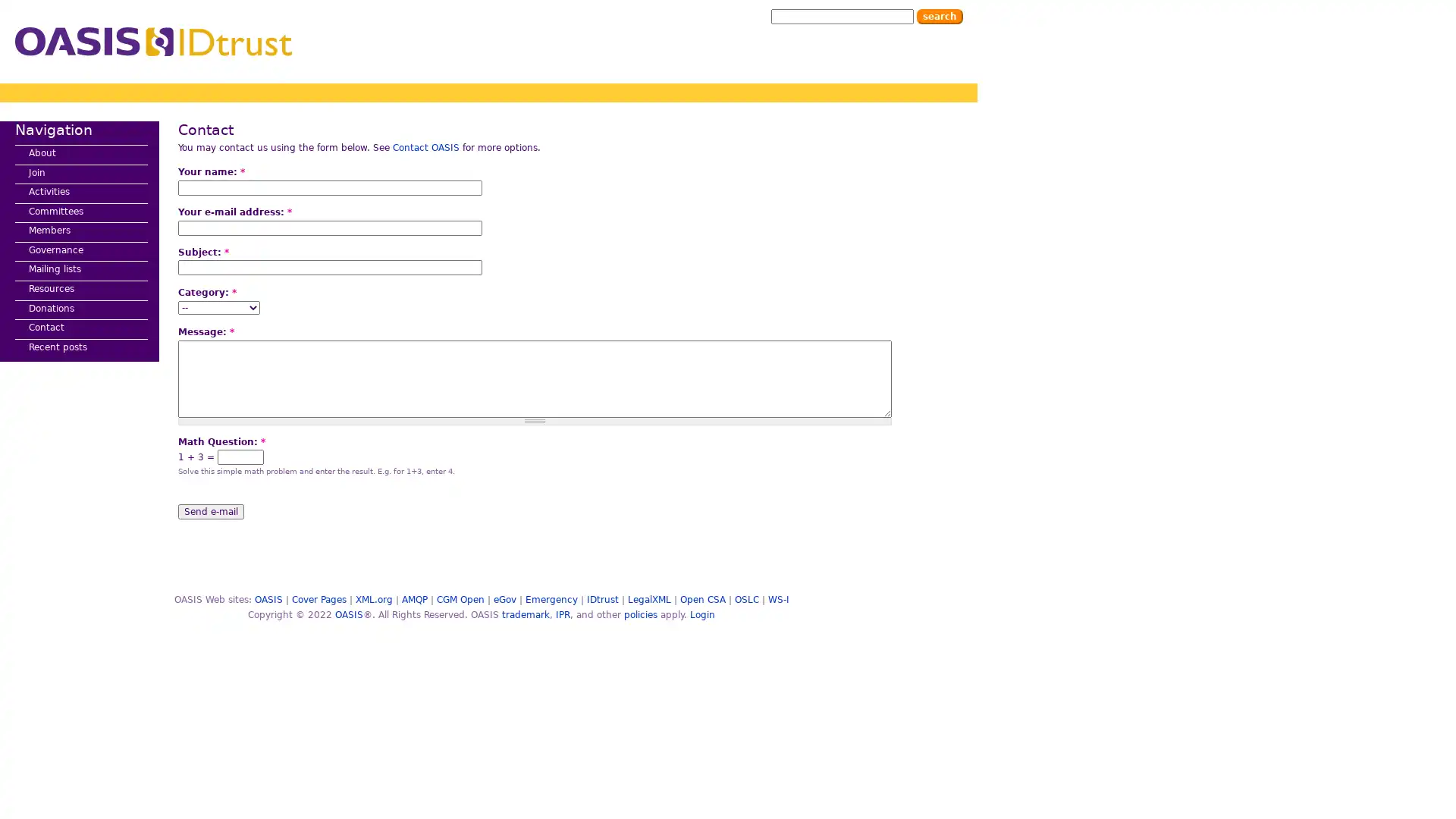 This screenshot has height=819, width=1456. I want to click on Search, so click(939, 17).